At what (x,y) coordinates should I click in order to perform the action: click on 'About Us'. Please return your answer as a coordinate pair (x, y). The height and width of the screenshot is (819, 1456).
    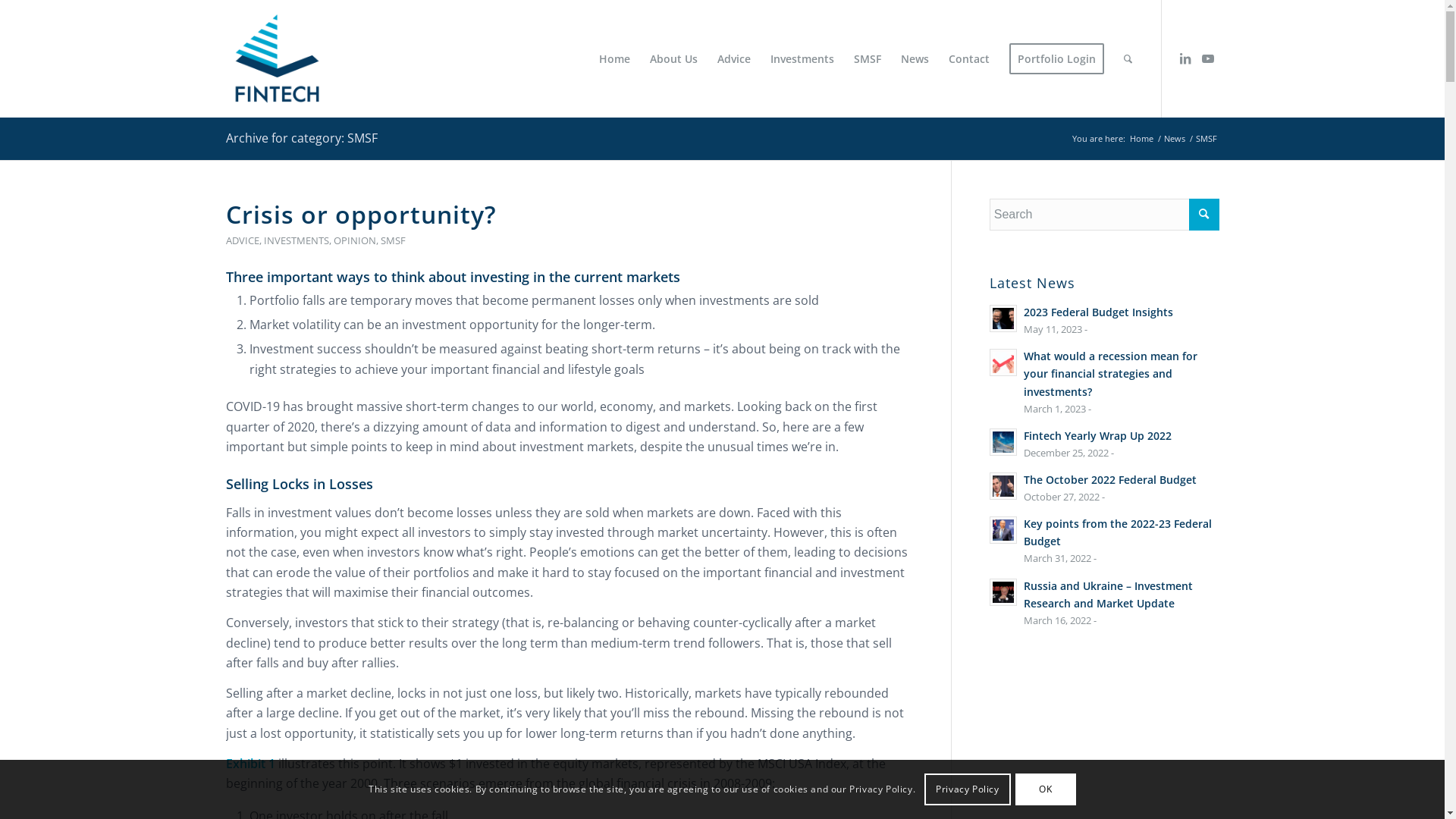
    Looking at the image, I should click on (640, 58).